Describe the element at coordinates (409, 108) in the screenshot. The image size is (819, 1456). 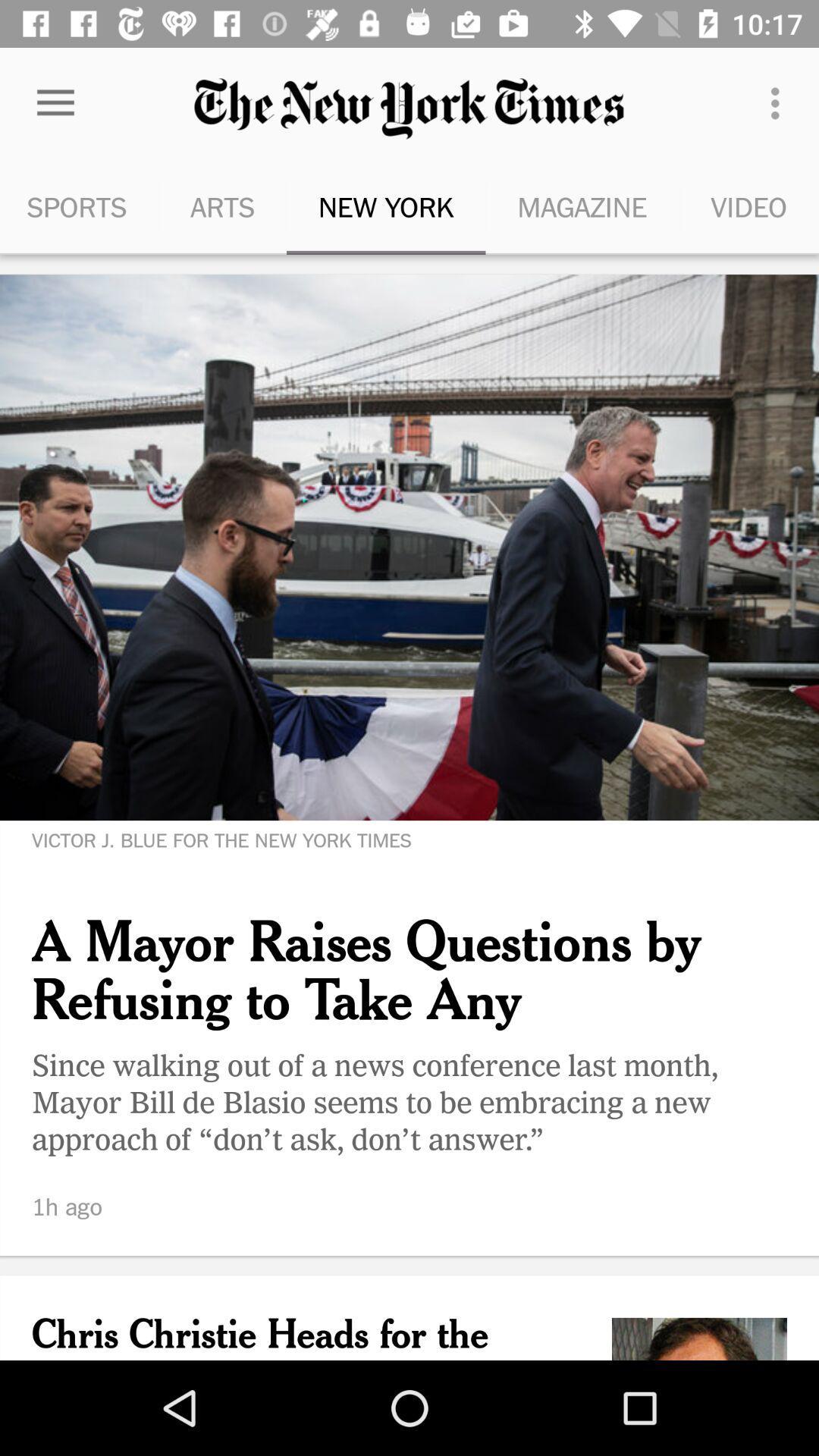
I see `text right to home button at top` at that location.